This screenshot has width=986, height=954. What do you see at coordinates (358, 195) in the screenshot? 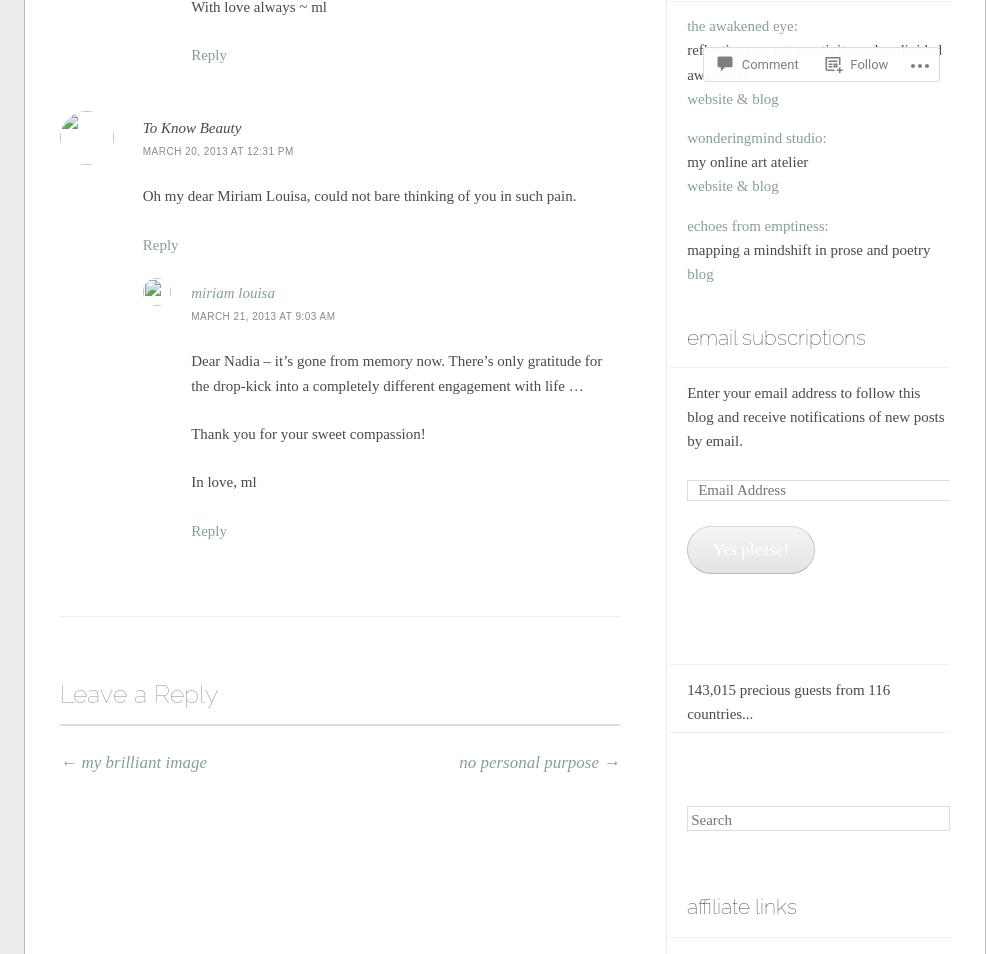
I see `'Oh my dear Miriam Louisa, could not bare thinking of you in such pain.'` at bounding box center [358, 195].